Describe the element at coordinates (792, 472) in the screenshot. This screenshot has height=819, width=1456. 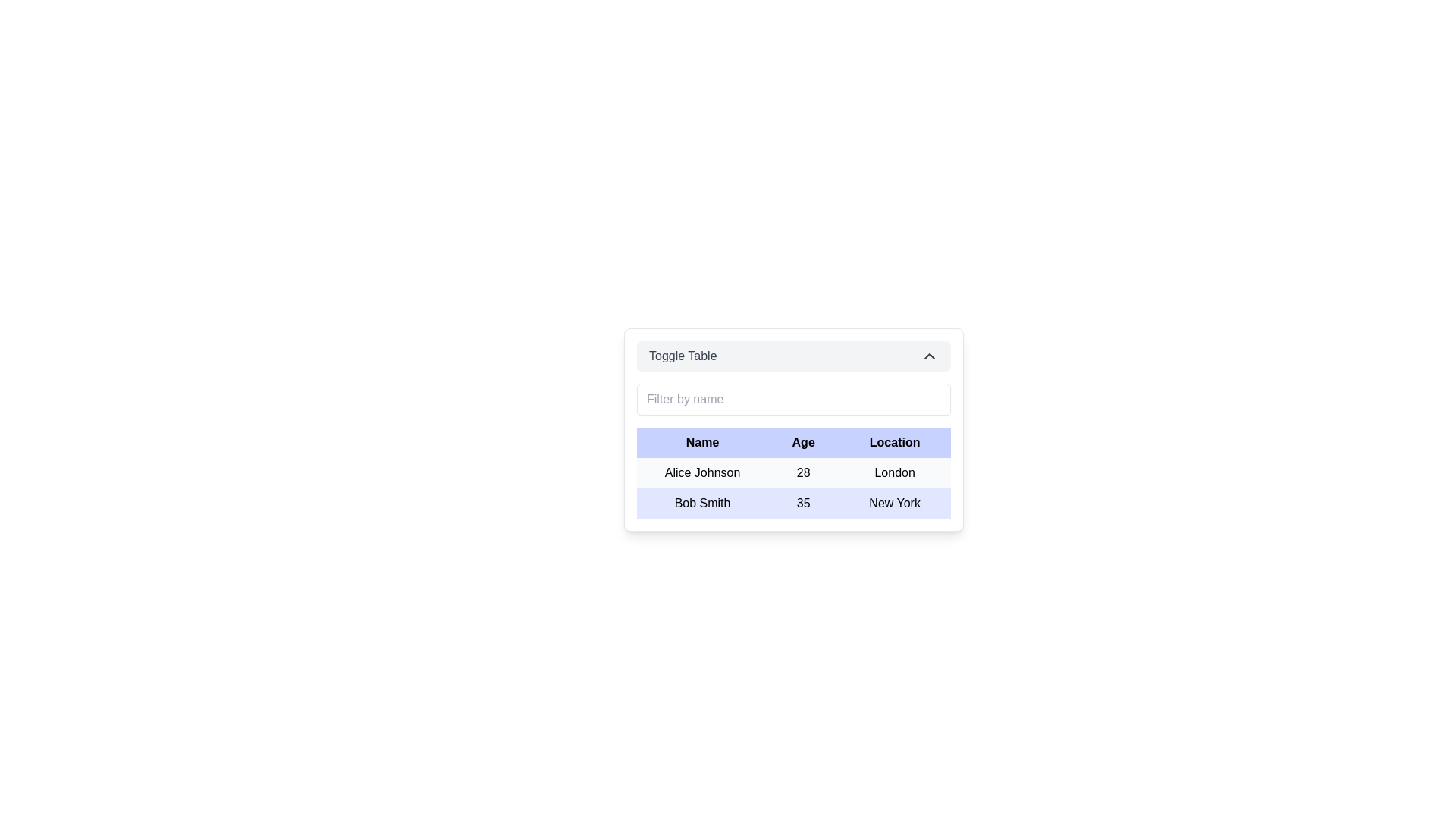
I see `the first row in the table that displays personal data entries, which is positioned above the row containing 'Bob Smith', '35', and 'New York'` at that location.